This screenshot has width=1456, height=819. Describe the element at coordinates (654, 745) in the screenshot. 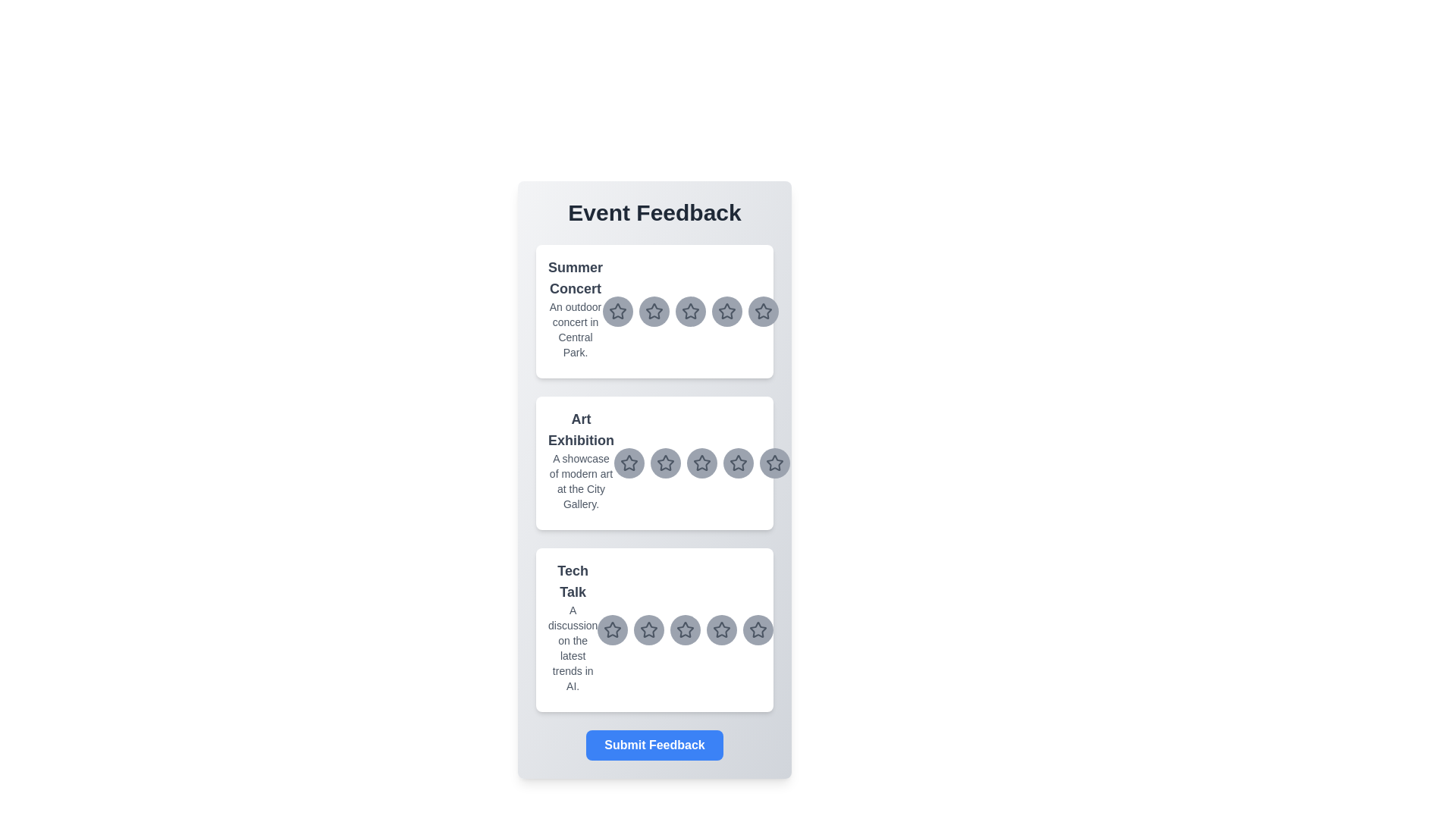

I see `the 'Submit Feedback' button to submit the ratings` at that location.